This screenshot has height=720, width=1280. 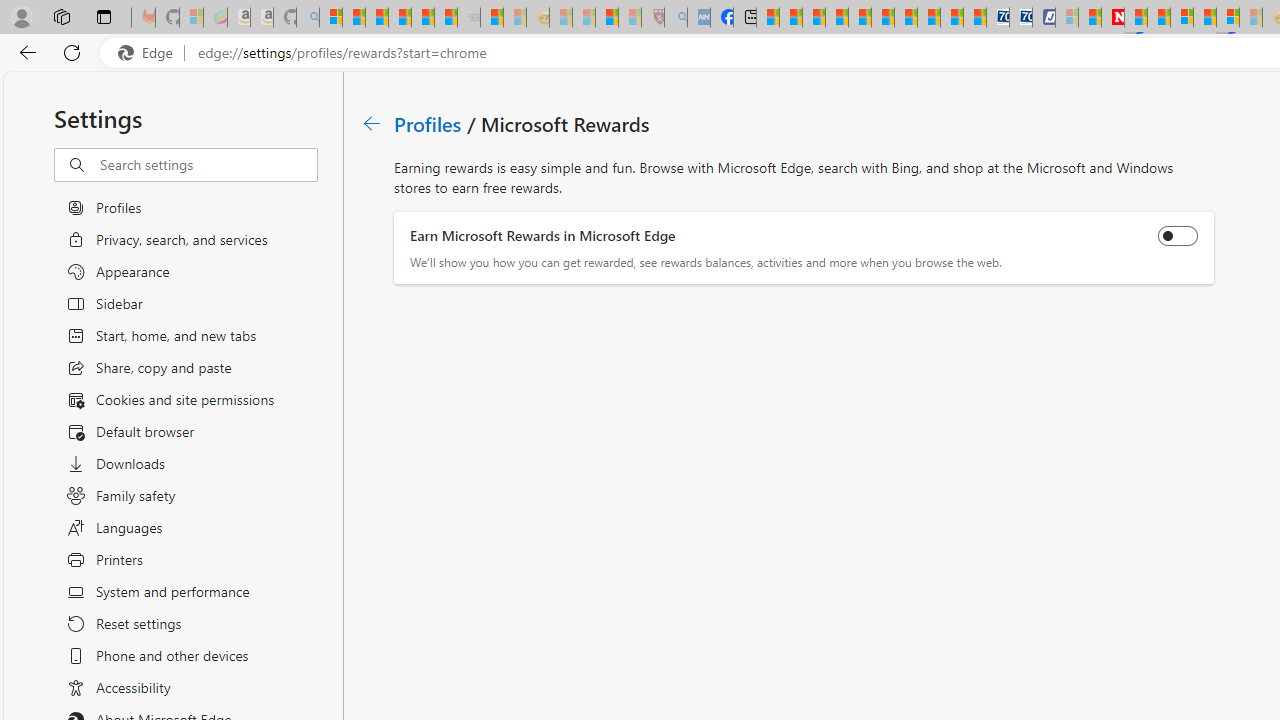 What do you see at coordinates (372, 123) in the screenshot?
I see `'Go back to Profiles page.'` at bounding box center [372, 123].